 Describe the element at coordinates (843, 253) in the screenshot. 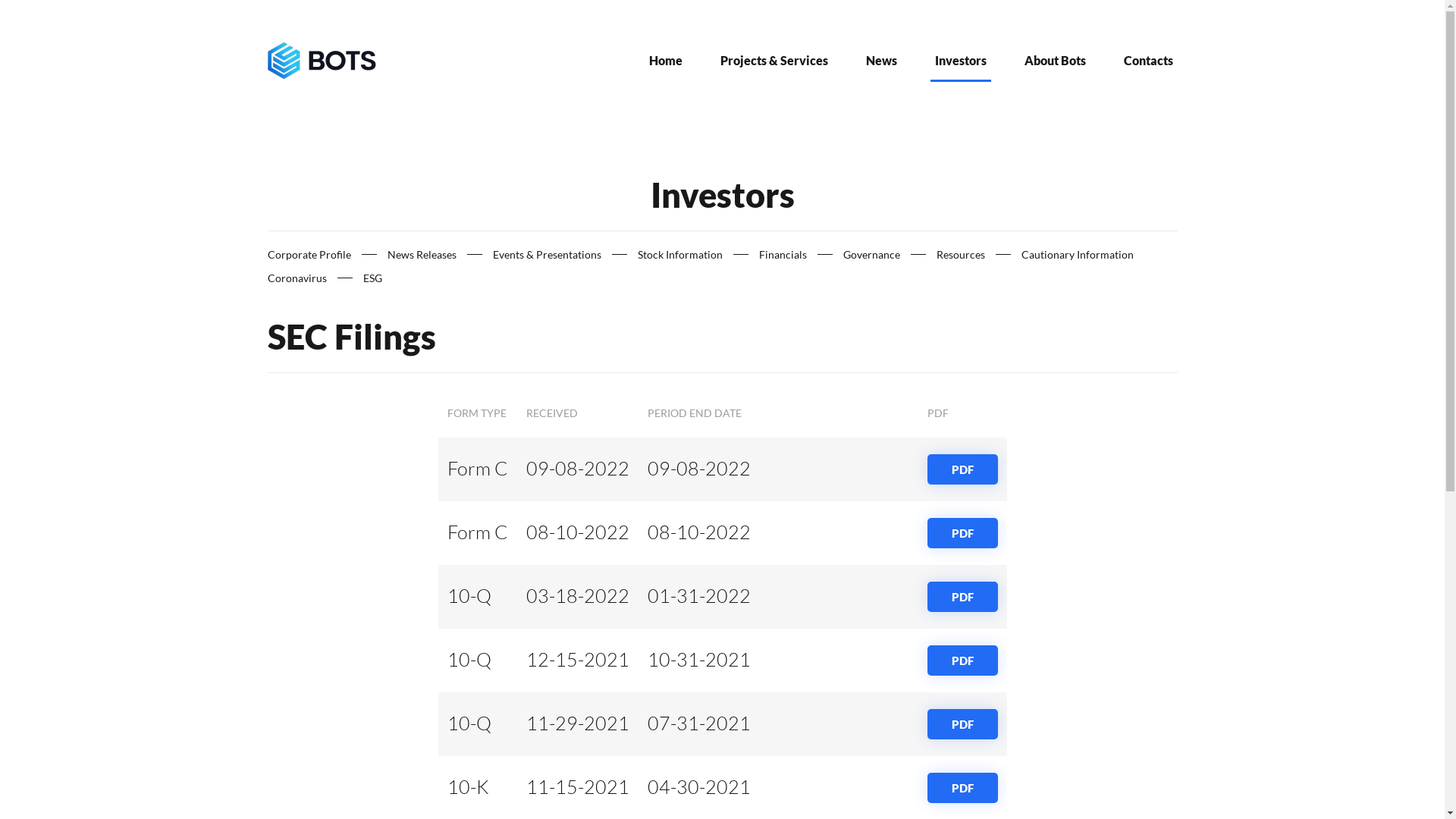

I see `'Governance'` at that location.